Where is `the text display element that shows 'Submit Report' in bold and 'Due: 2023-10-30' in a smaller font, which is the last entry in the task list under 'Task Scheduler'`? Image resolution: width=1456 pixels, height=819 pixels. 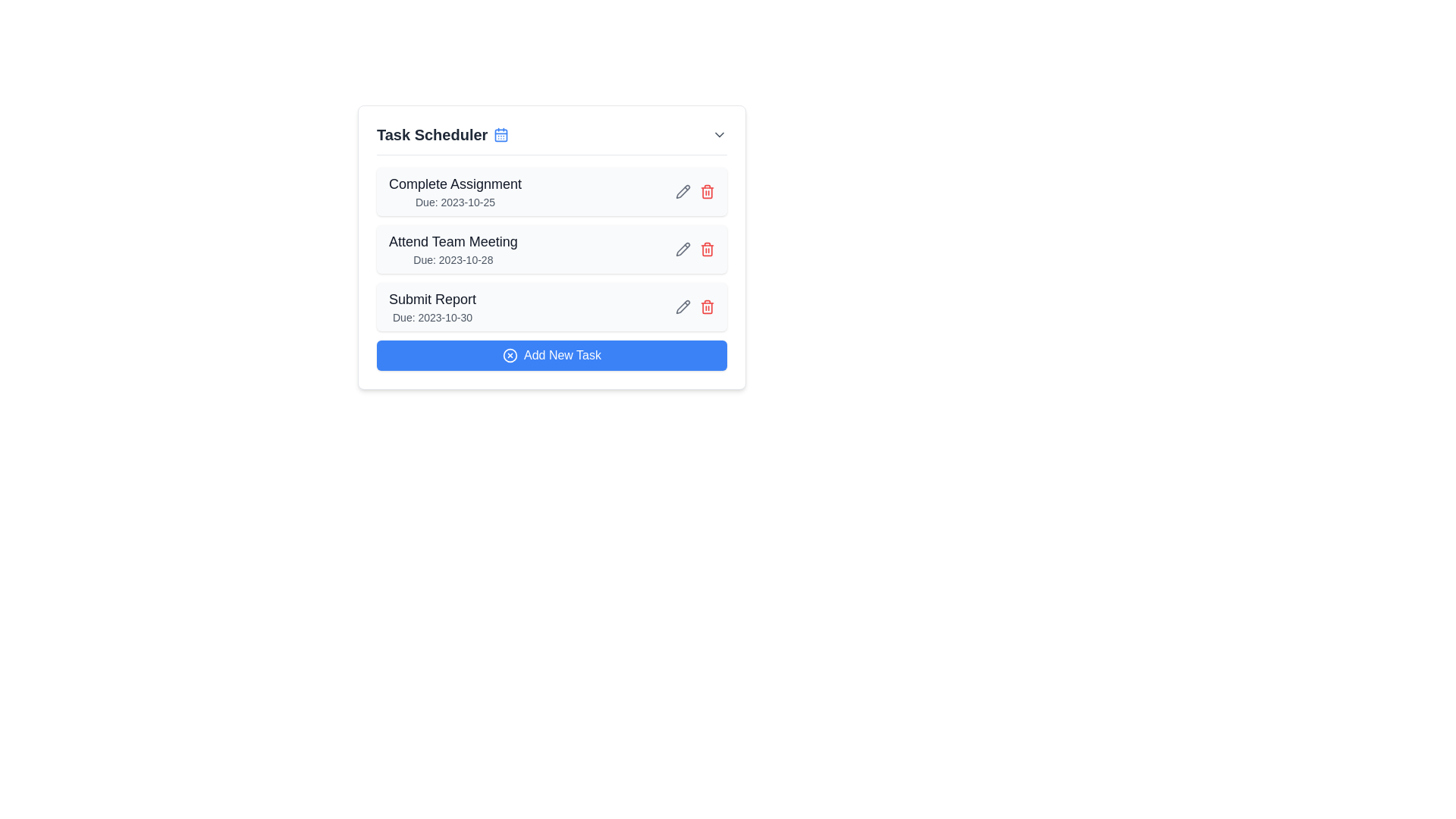
the text display element that shows 'Submit Report' in bold and 'Due: 2023-10-30' in a smaller font, which is the last entry in the task list under 'Task Scheduler' is located at coordinates (431, 307).